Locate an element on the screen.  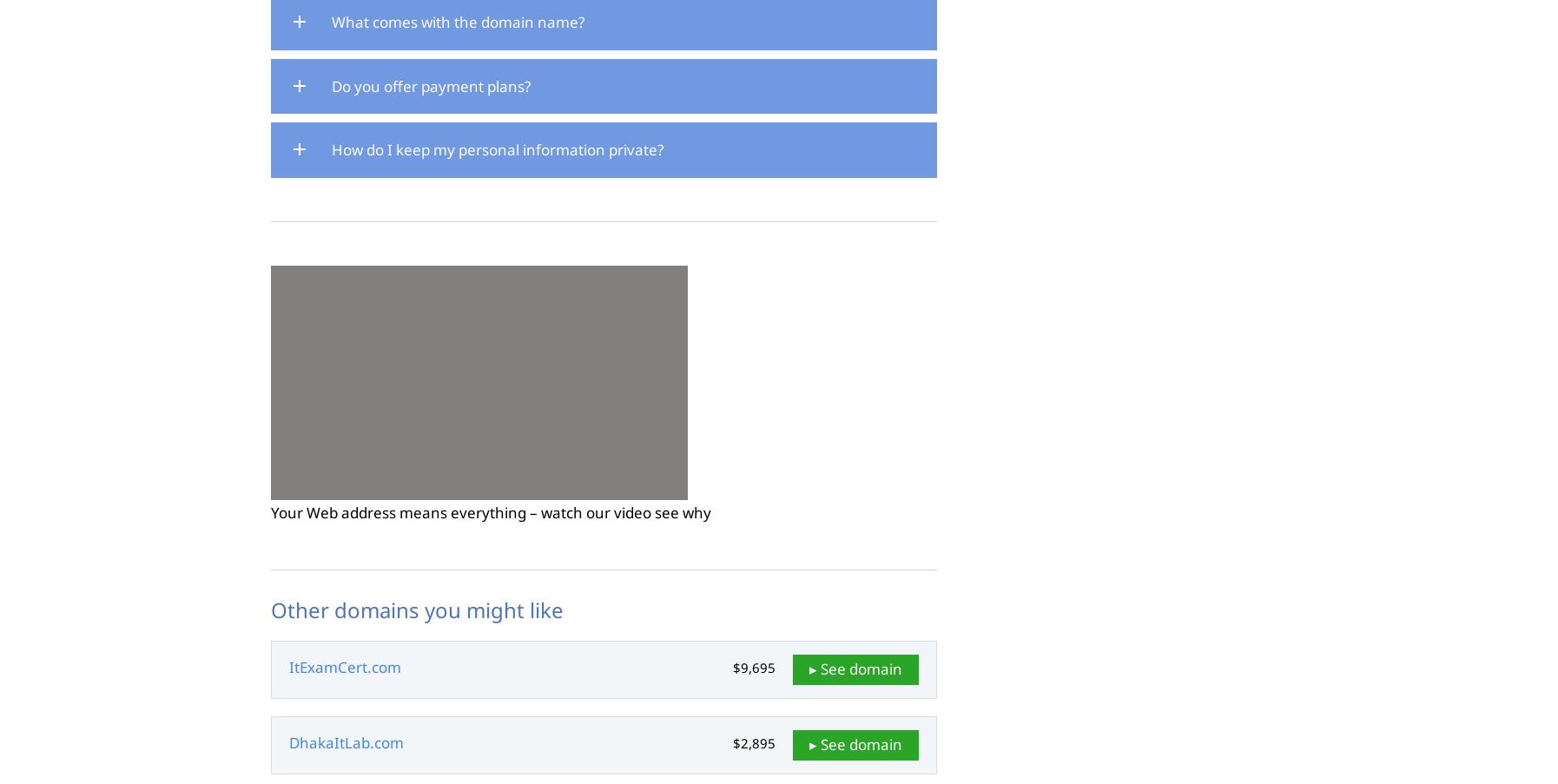
'Do you offer payment plans?' is located at coordinates (431, 85).